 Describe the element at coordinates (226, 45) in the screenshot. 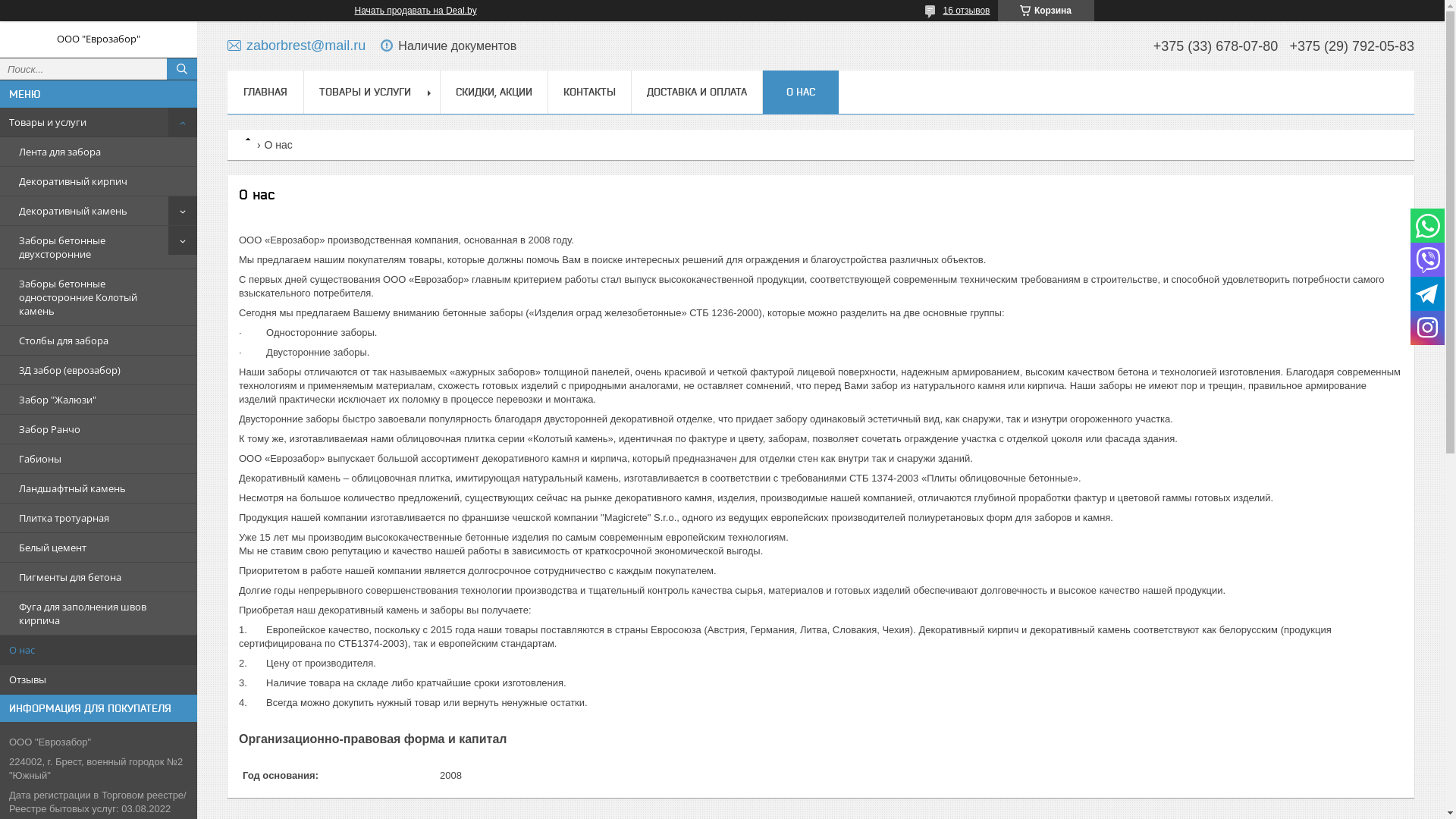

I see `'zaborbrest@mail.ru'` at that location.